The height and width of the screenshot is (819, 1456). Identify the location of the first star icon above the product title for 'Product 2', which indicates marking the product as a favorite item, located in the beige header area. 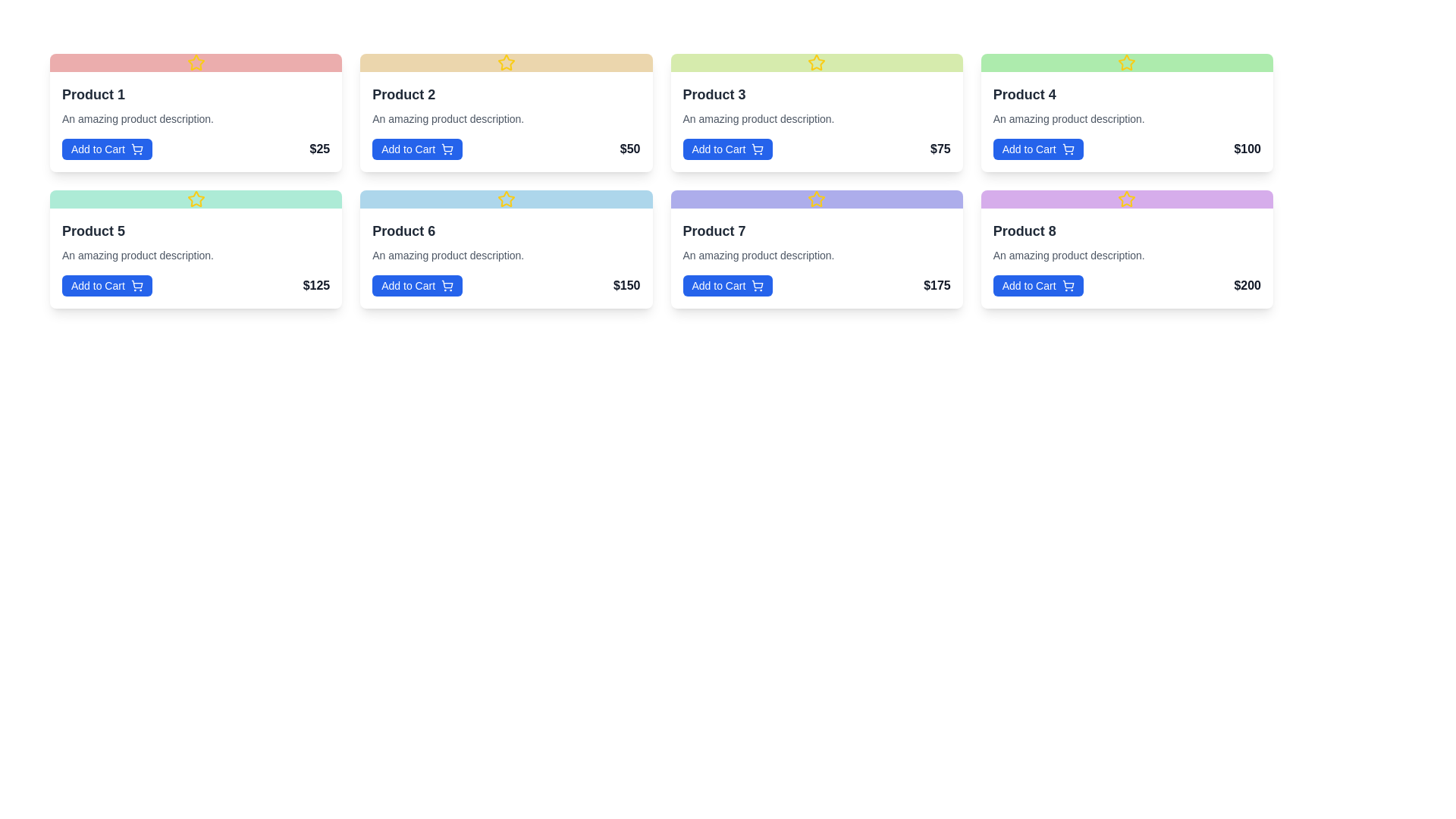
(506, 61).